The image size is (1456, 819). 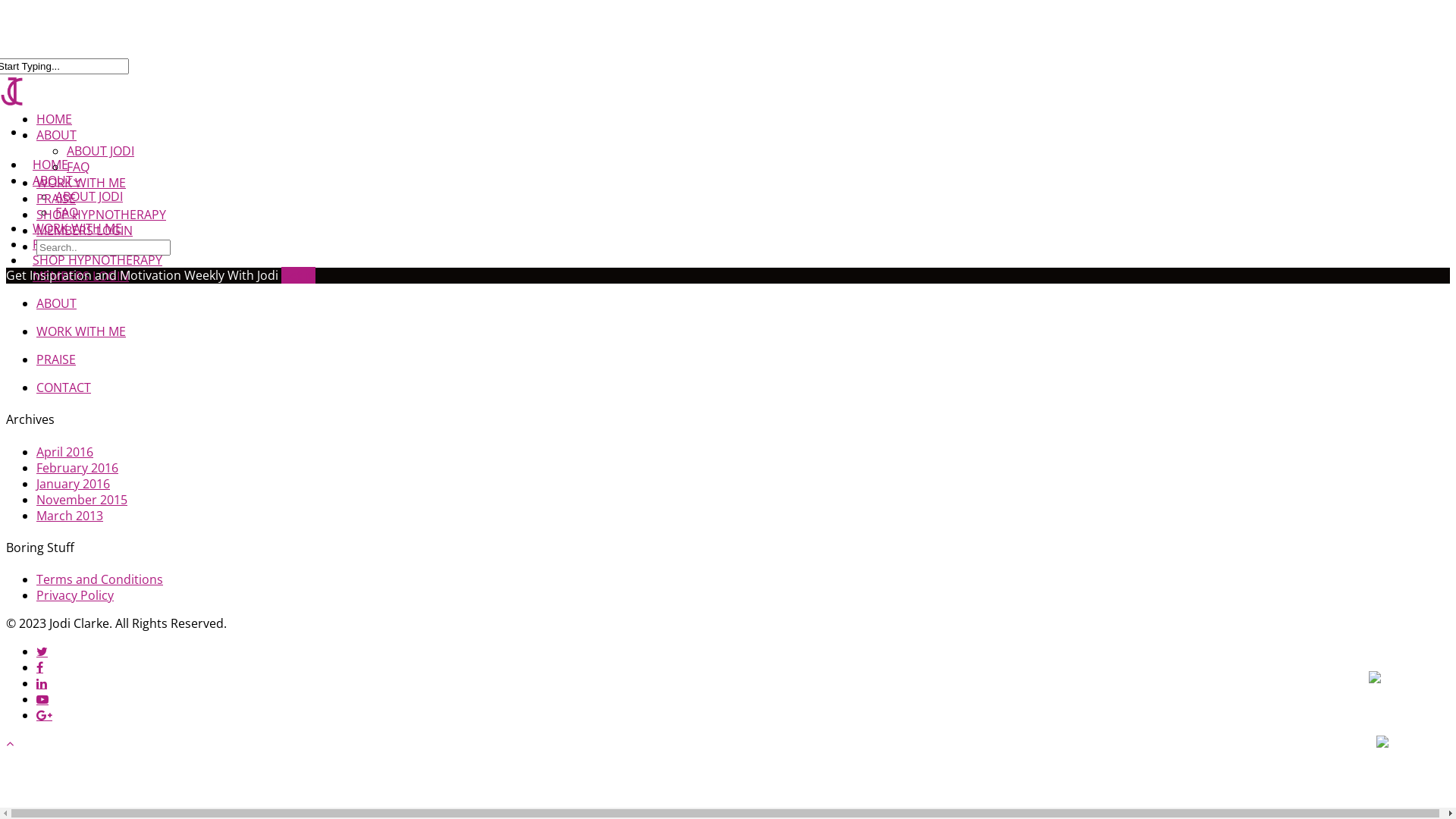 I want to click on 'PRAISE', so click(x=55, y=198).